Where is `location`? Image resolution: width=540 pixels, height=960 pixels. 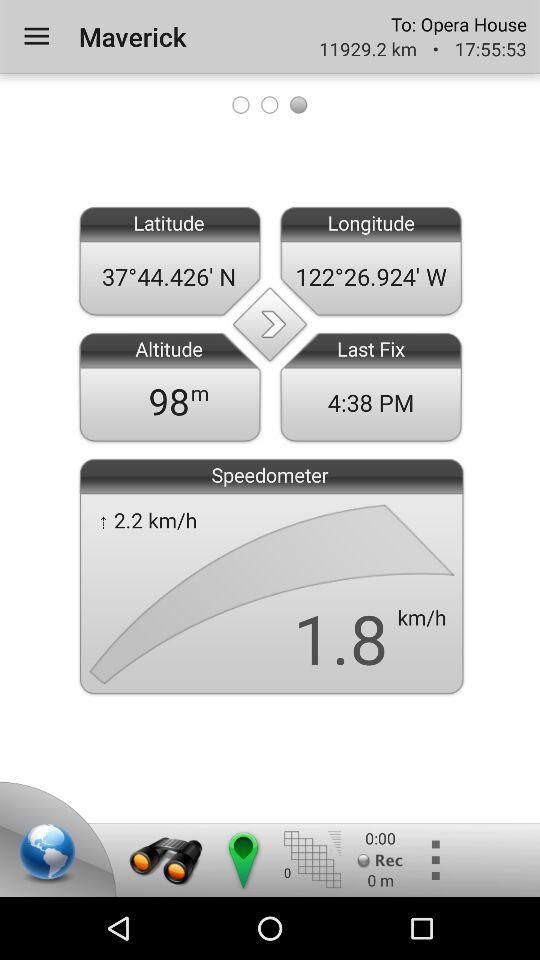 location is located at coordinates (51, 853).